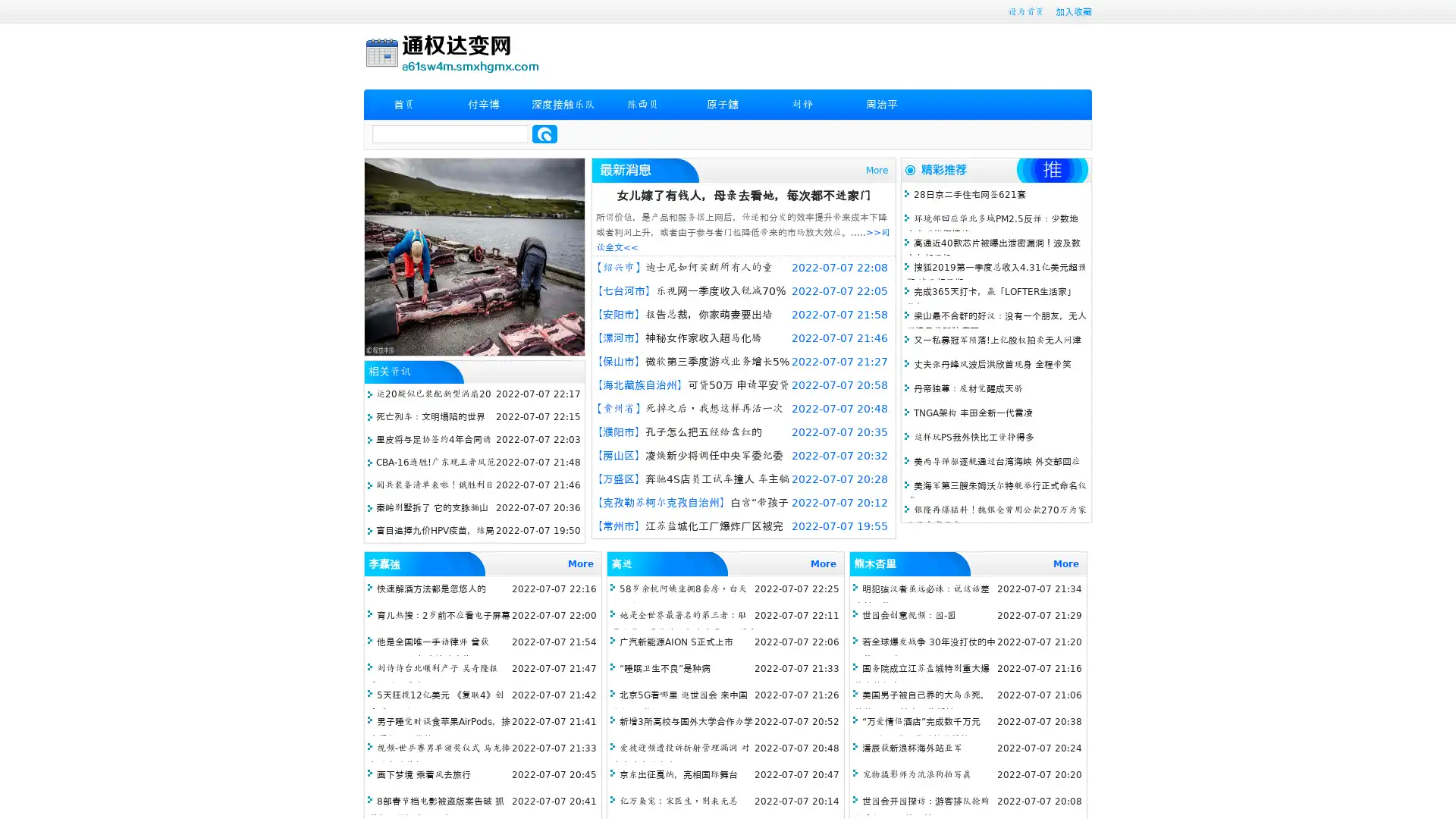 The image size is (1456, 819). Describe the element at coordinates (544, 133) in the screenshot. I see `Search` at that location.